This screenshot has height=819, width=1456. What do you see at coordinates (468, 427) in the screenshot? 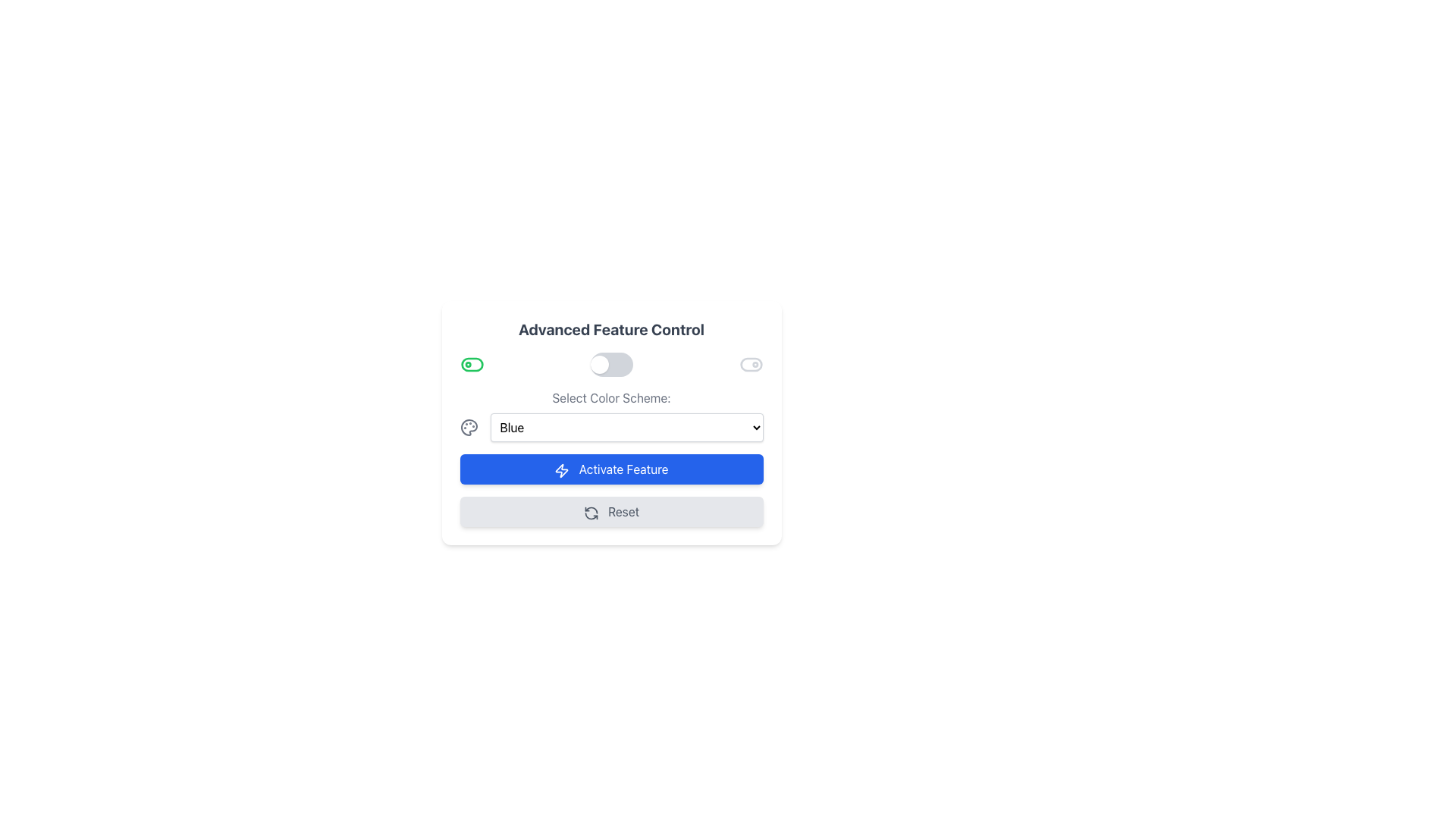
I see `the palette icon located to the left of the 'Select Color Scheme' section, adjacent to the dropdown menu displaying 'Blue'` at bounding box center [468, 427].